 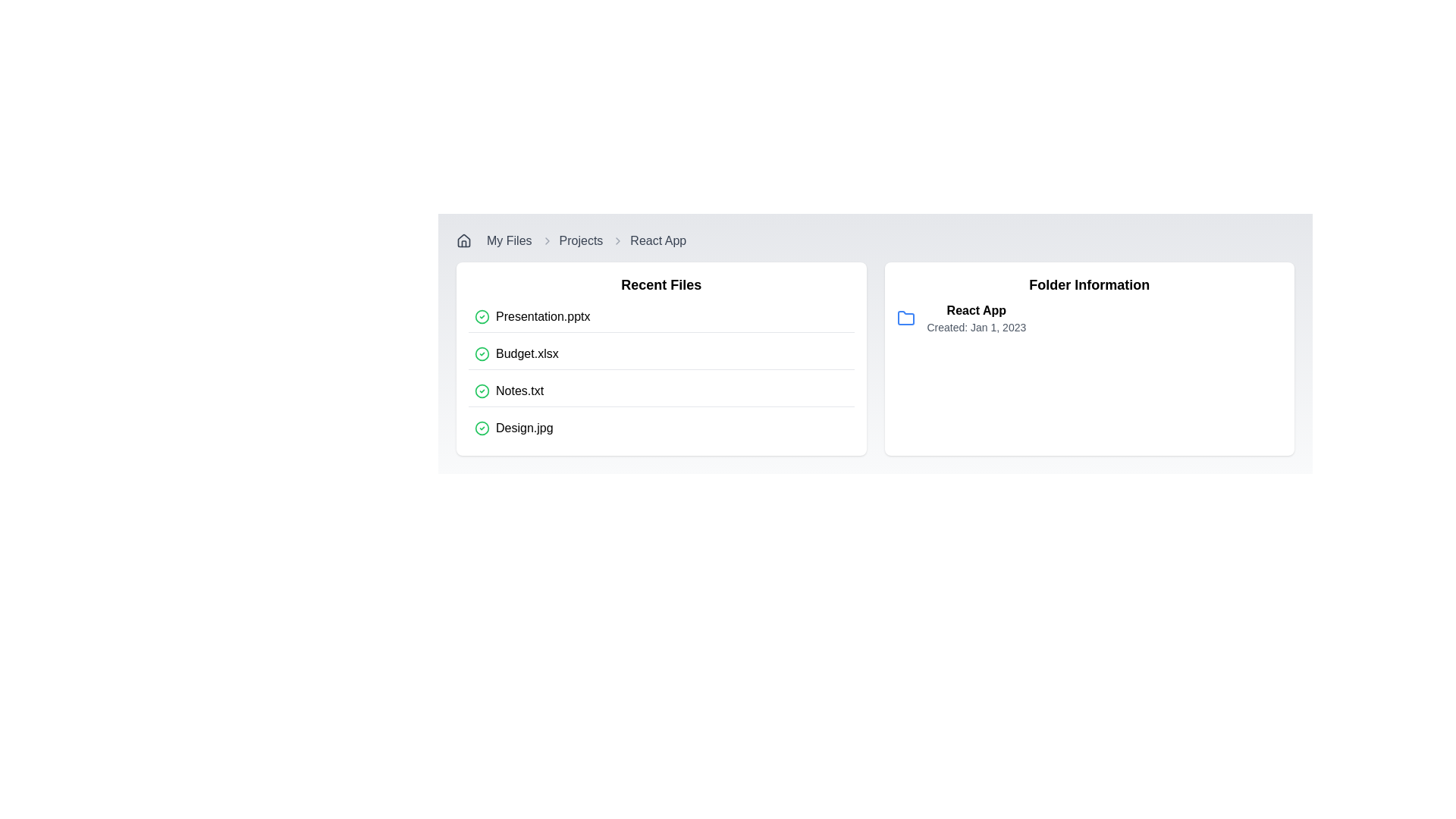 What do you see at coordinates (648, 240) in the screenshot?
I see `the 'React App' breadcrumb link` at bounding box center [648, 240].